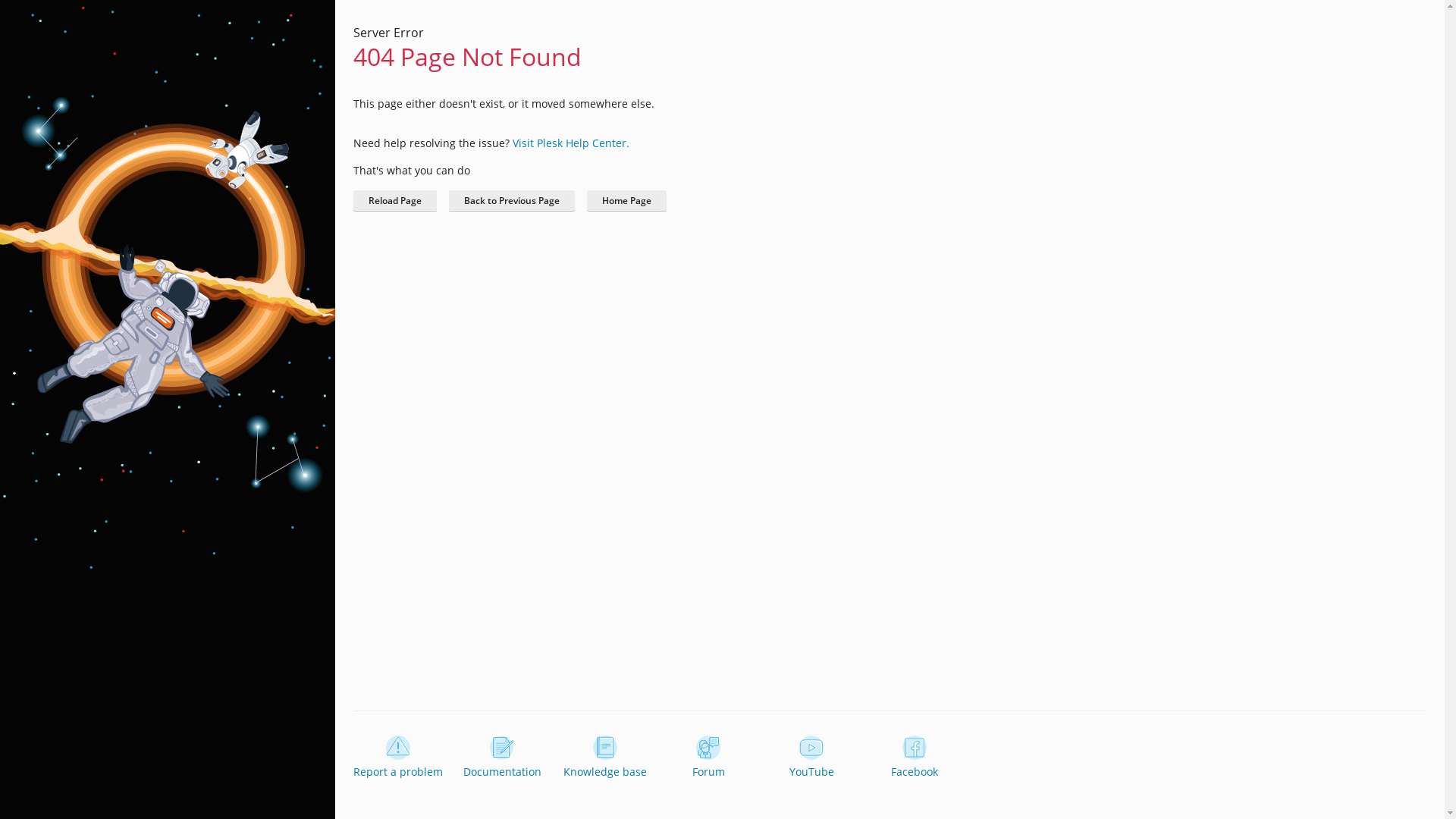 Image resolution: width=1456 pixels, height=819 pixels. I want to click on 'Visit Plesk Help Center.', so click(570, 143).